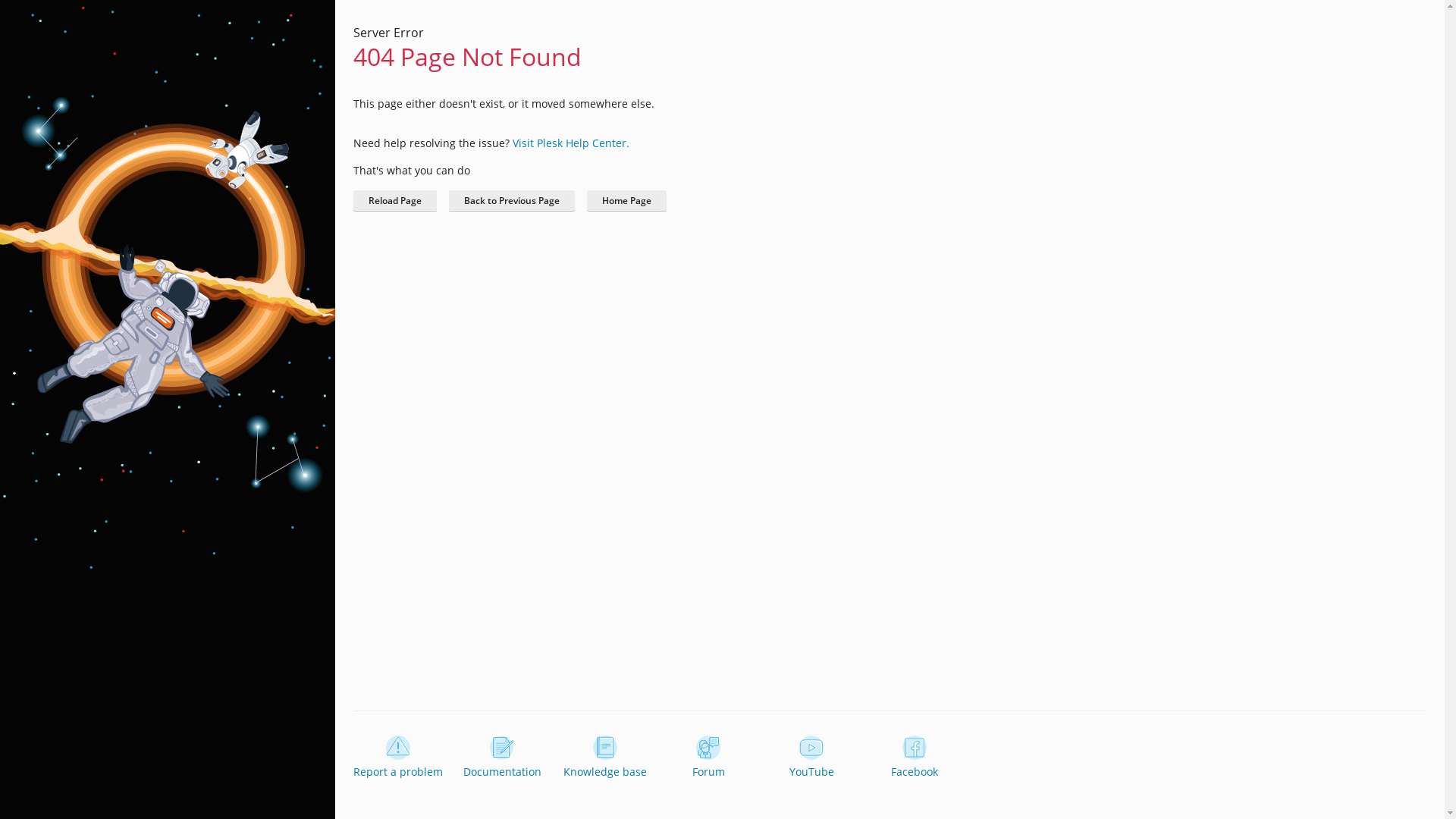 Image resolution: width=1456 pixels, height=819 pixels. I want to click on 'Visit Plesk Help Center.', so click(570, 143).